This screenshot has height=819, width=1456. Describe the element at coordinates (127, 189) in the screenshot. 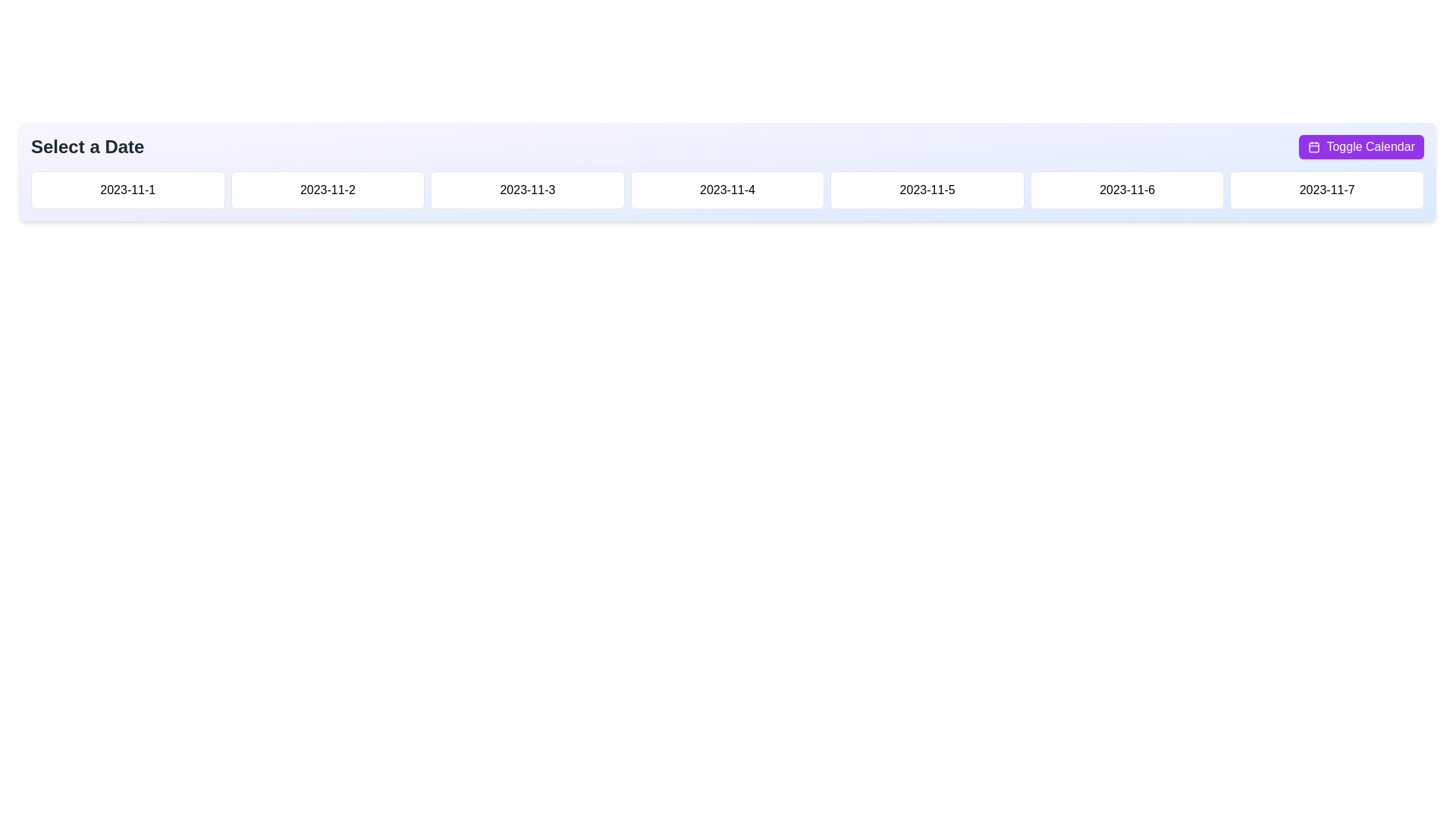

I see `the date tile button displaying '2023-11-1', which is the first item in a grid of seven elements, to trigger the background color change` at that location.